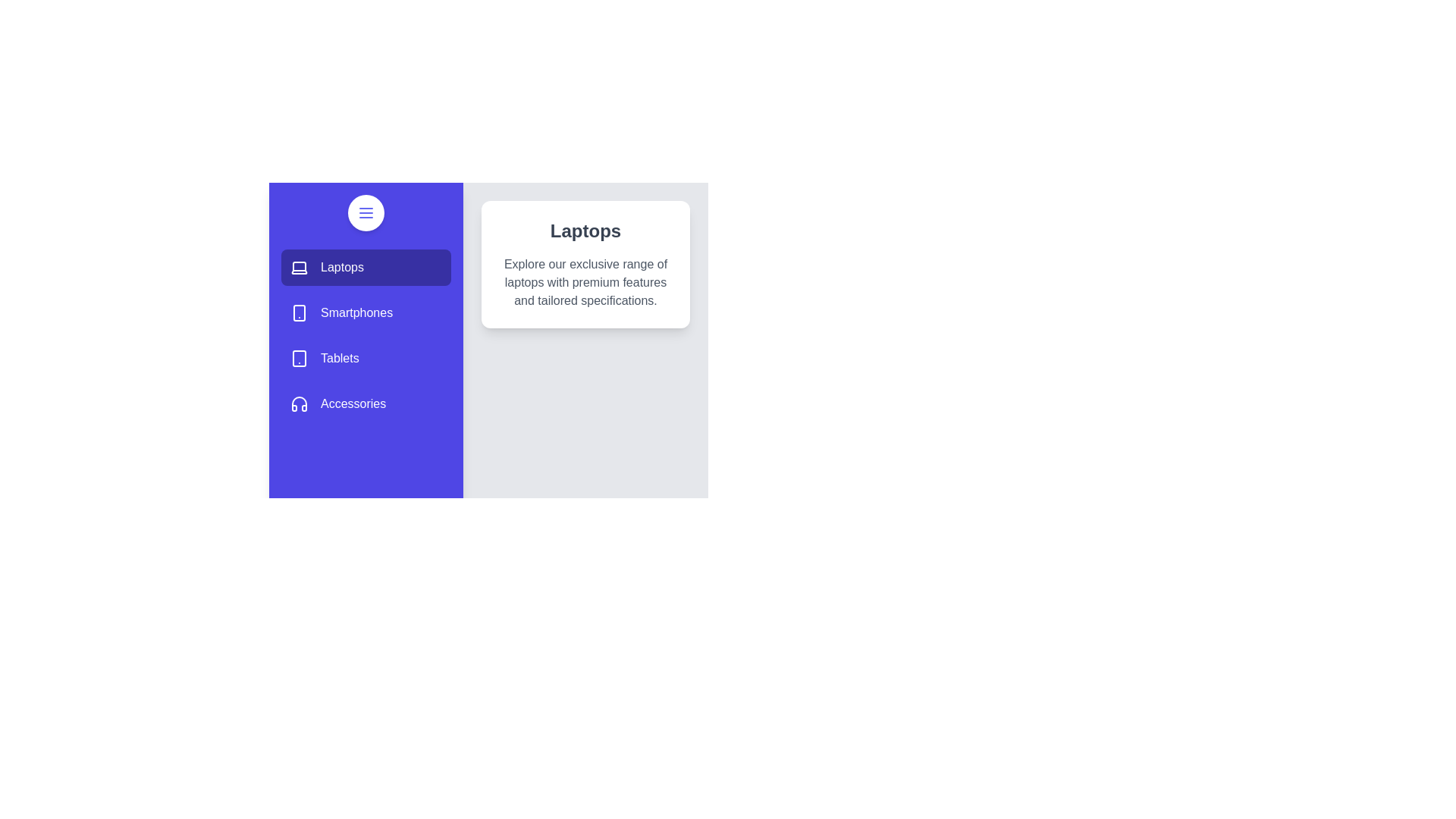 The width and height of the screenshot is (1456, 819). I want to click on the Laptops category from the list, so click(366, 267).